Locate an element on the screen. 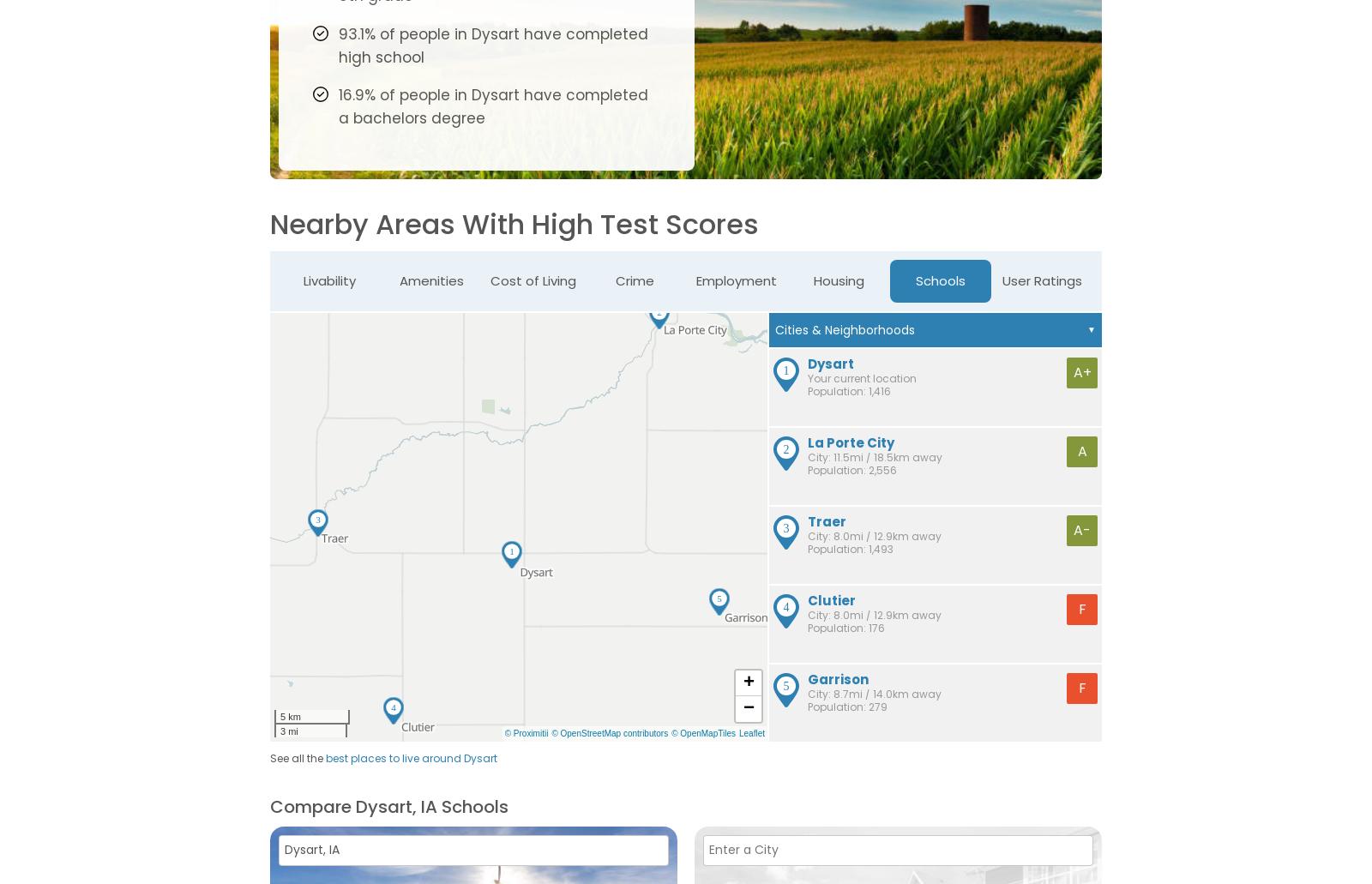  'A' is located at coordinates (1076, 449).